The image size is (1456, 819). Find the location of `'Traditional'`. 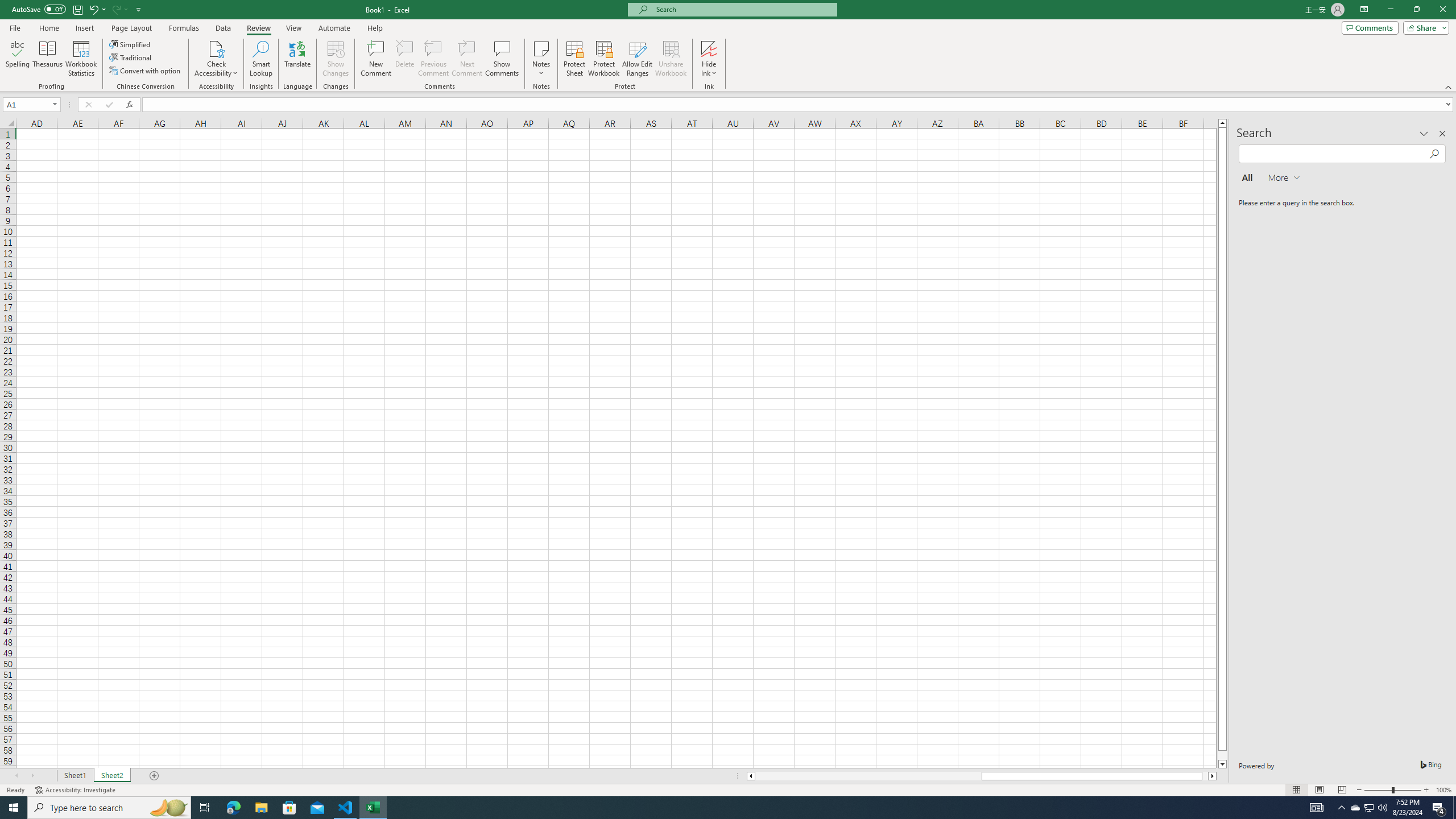

'Traditional' is located at coordinates (131, 56).